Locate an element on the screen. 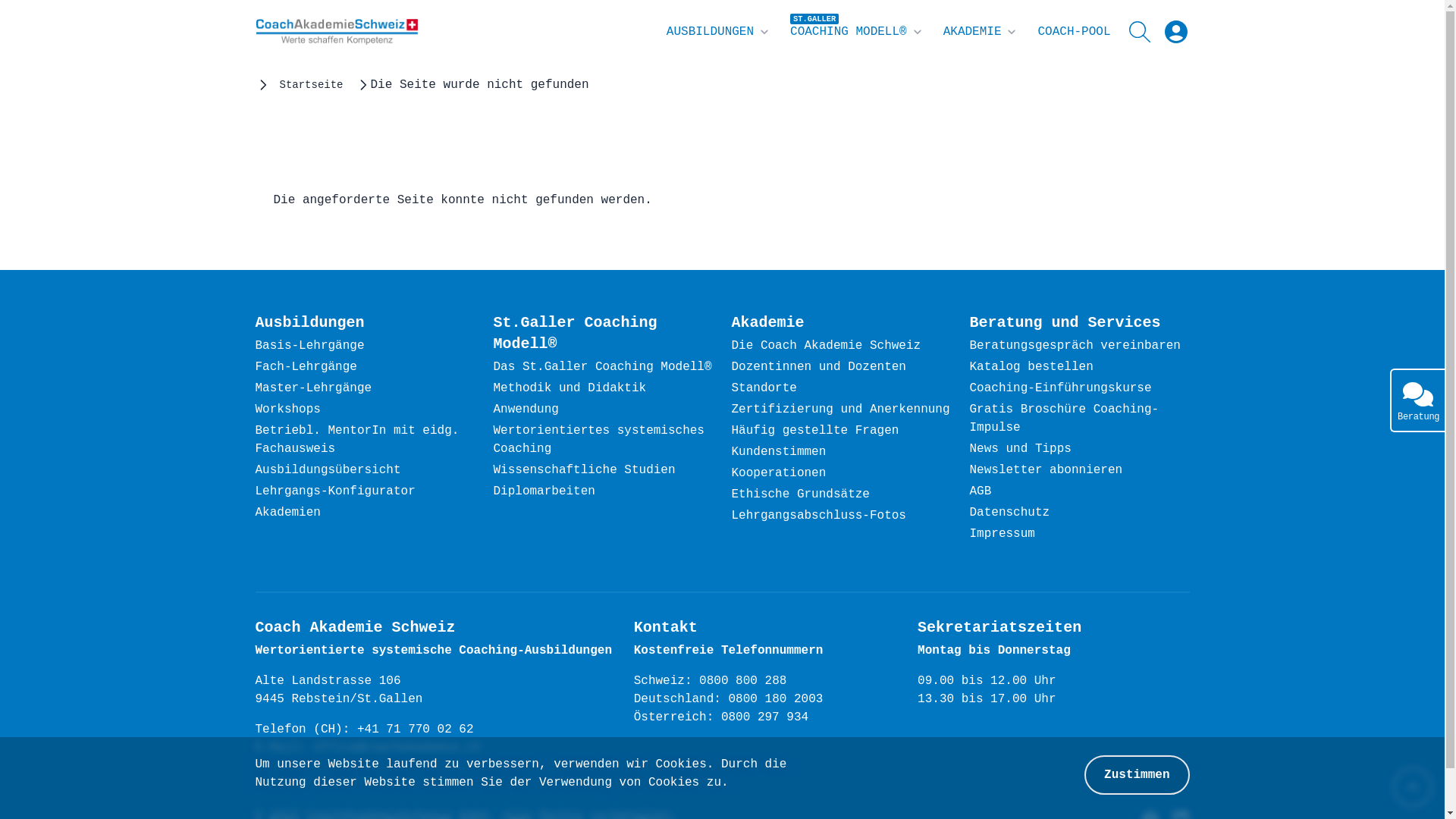 The height and width of the screenshot is (819, 1456). 'Methodik und Didaktik' is located at coordinates (568, 388).